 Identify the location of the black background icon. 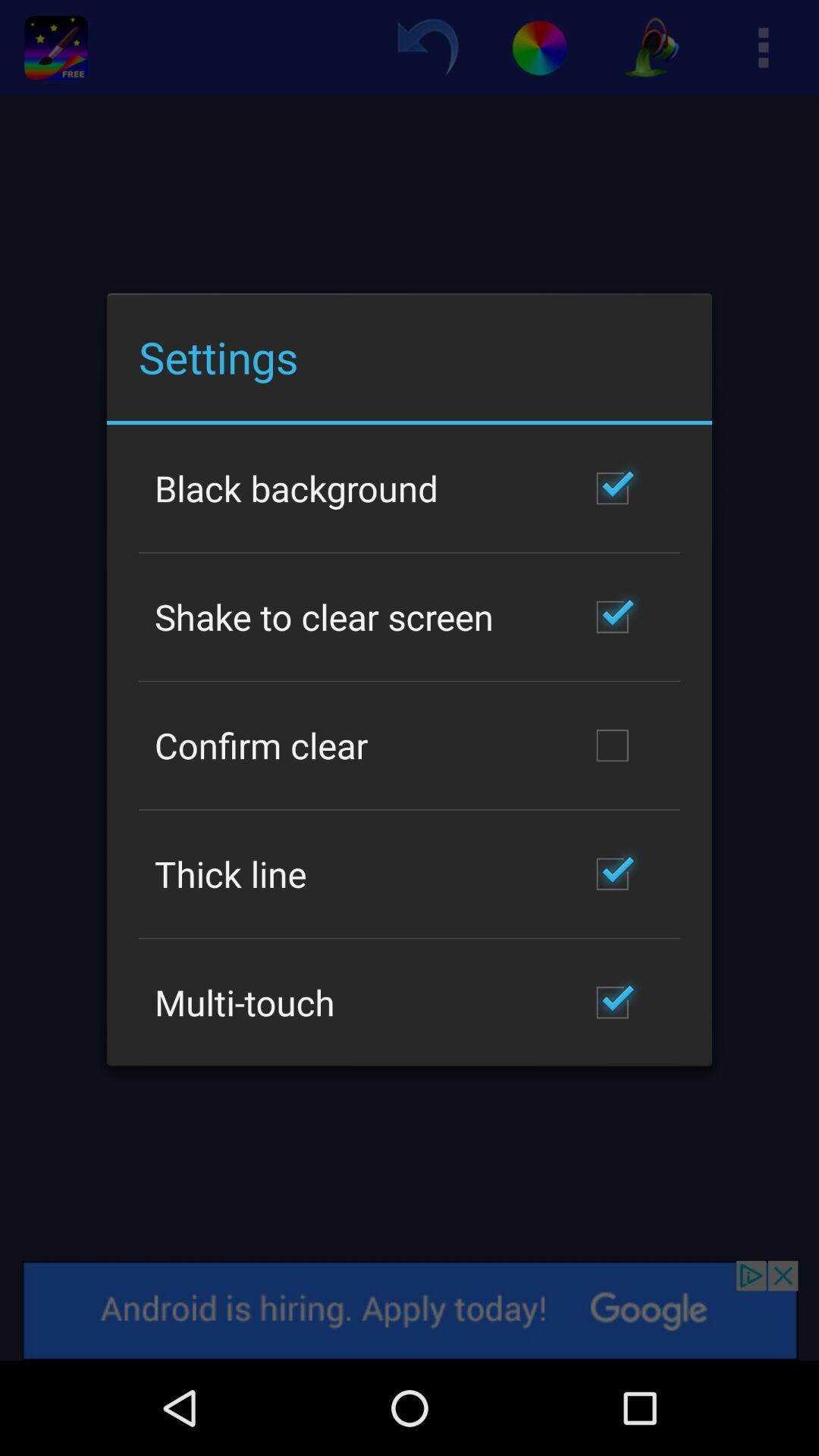
(297, 488).